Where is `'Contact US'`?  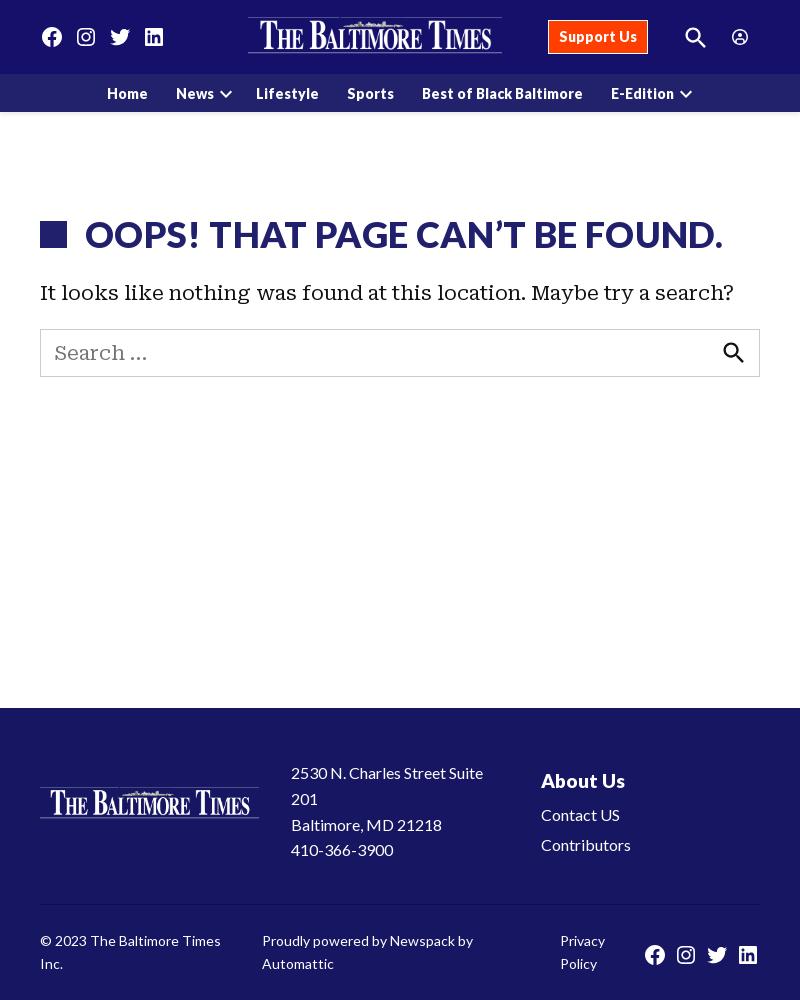 'Contact US' is located at coordinates (579, 812).